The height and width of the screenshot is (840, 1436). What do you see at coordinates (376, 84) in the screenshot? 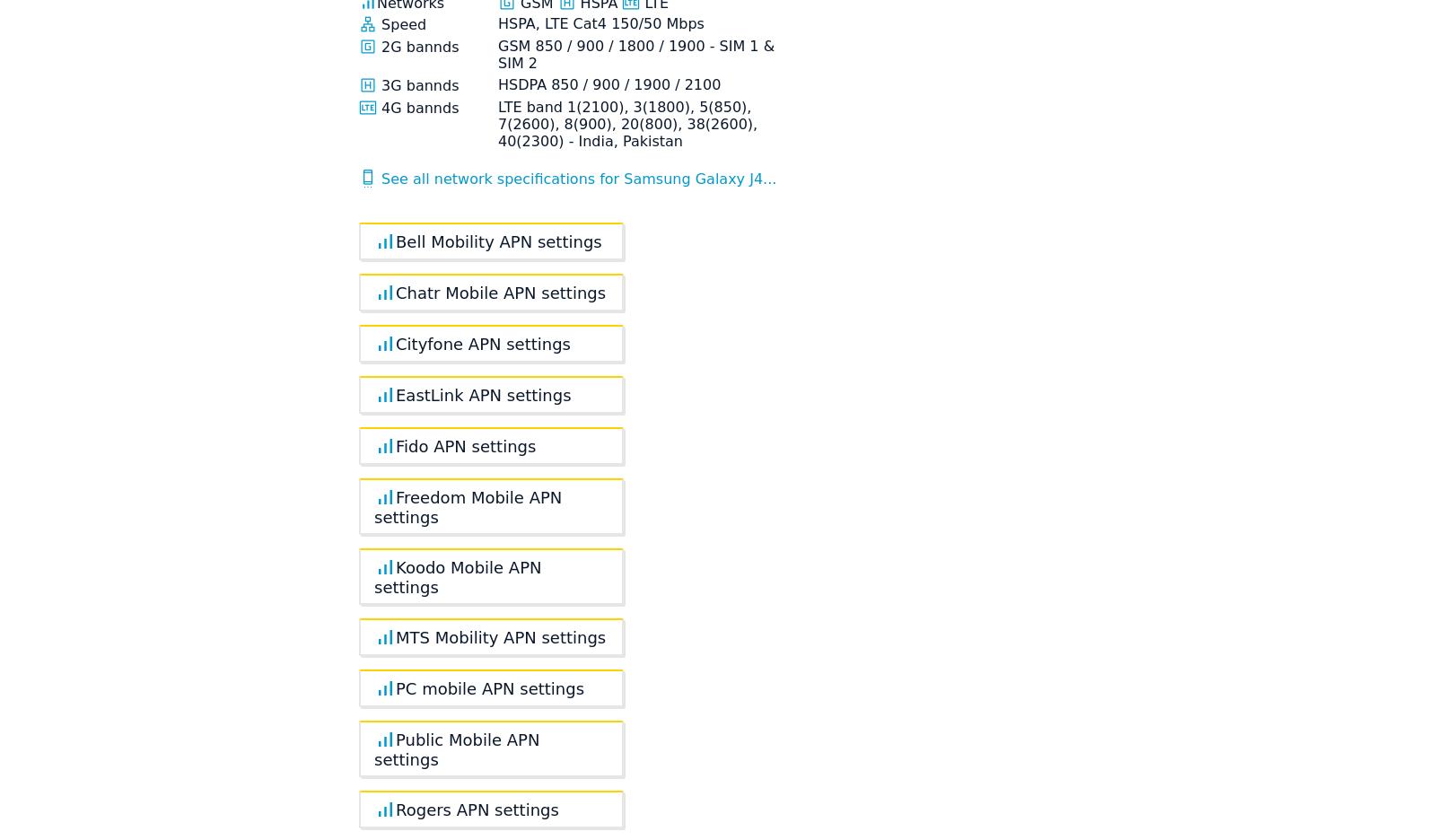
I see `'3G bannds'` at bounding box center [376, 84].